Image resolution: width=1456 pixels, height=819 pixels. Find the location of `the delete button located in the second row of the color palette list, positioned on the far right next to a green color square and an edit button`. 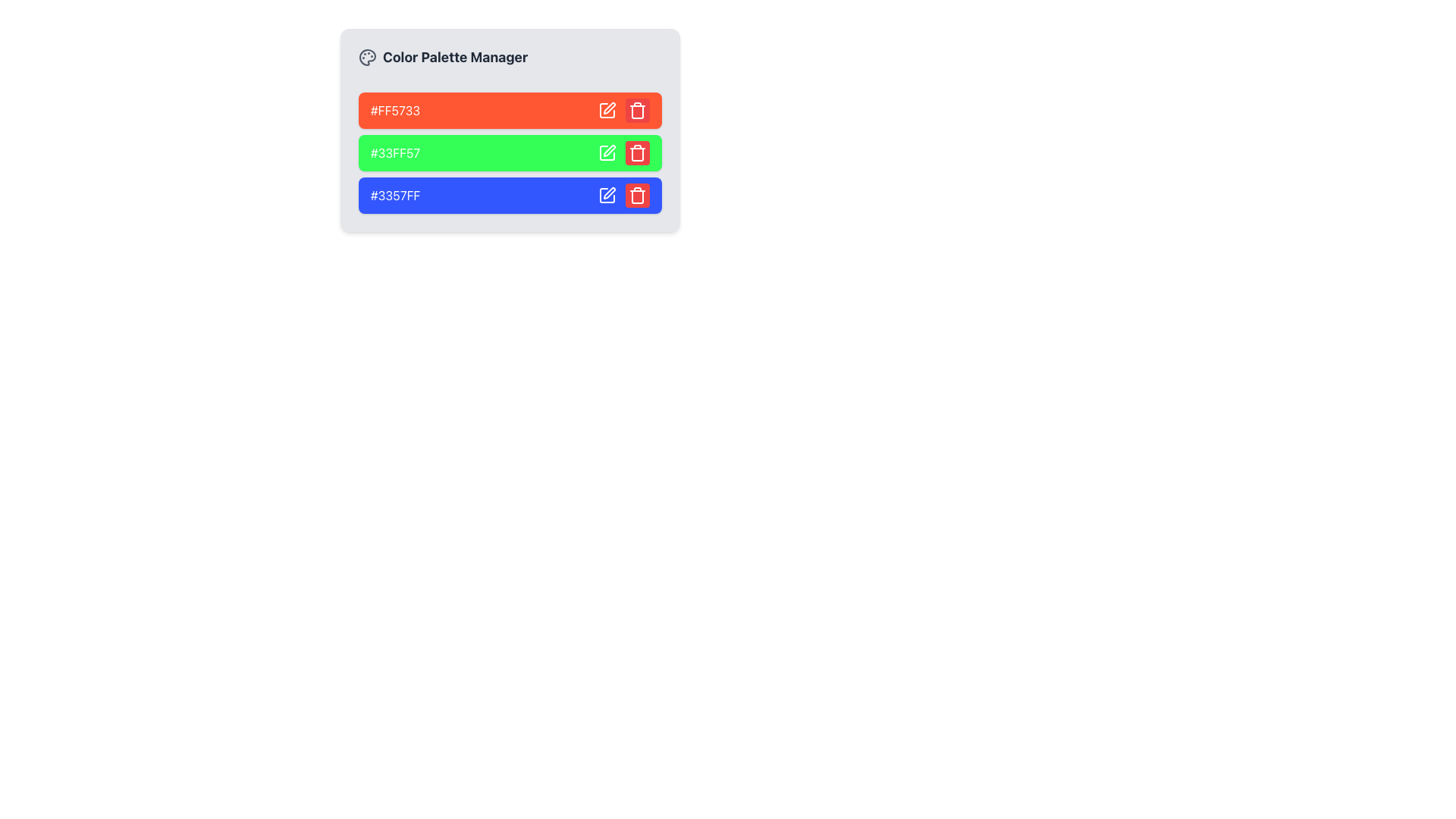

the delete button located in the second row of the color palette list, positioned on the far right next to a green color square and an edit button is located at coordinates (637, 152).